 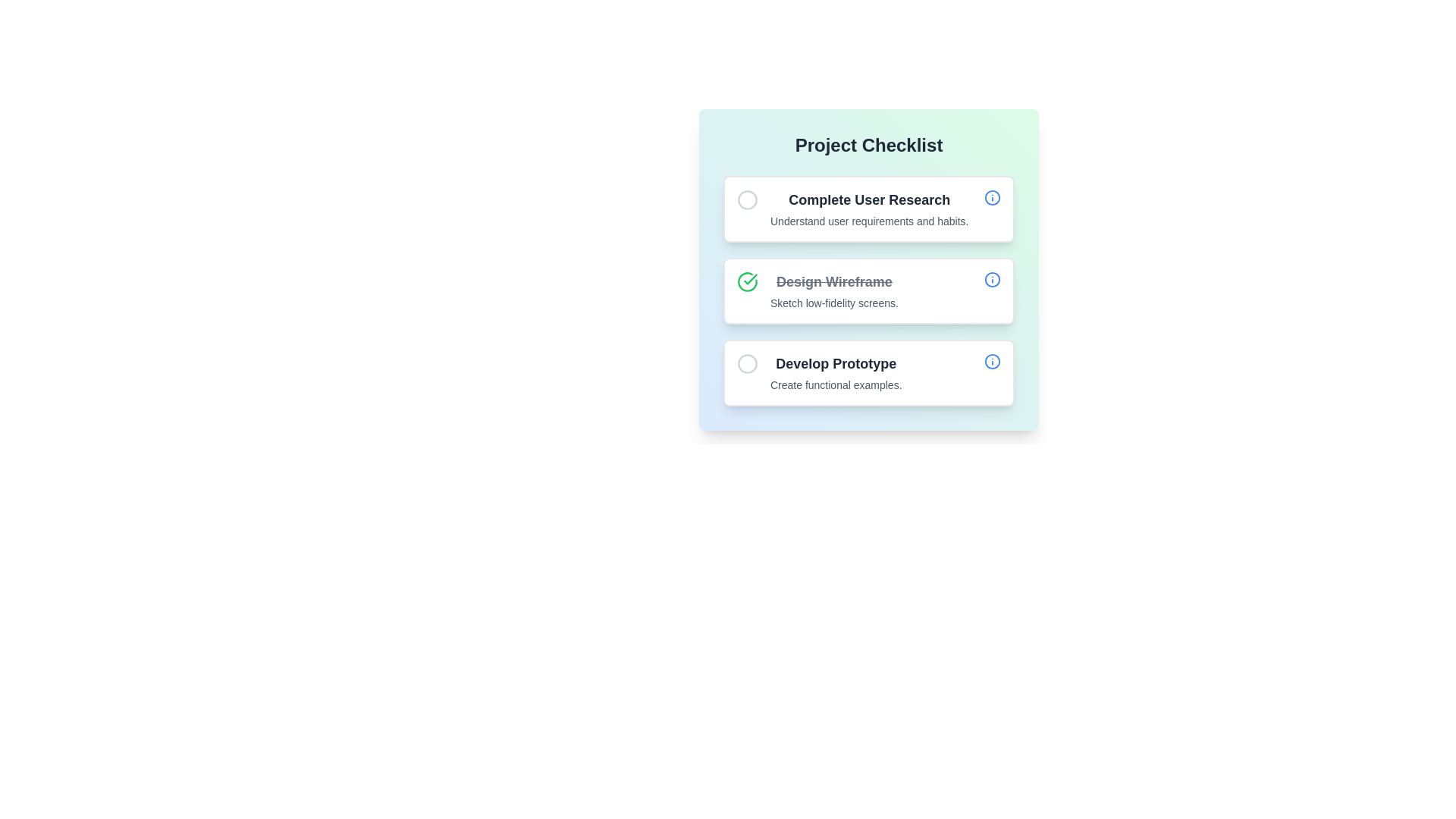 I want to click on the label with the title 'Complete User Research' and subtext 'Understand user requirements and habits.' located at the top of the checklist, so click(x=869, y=209).